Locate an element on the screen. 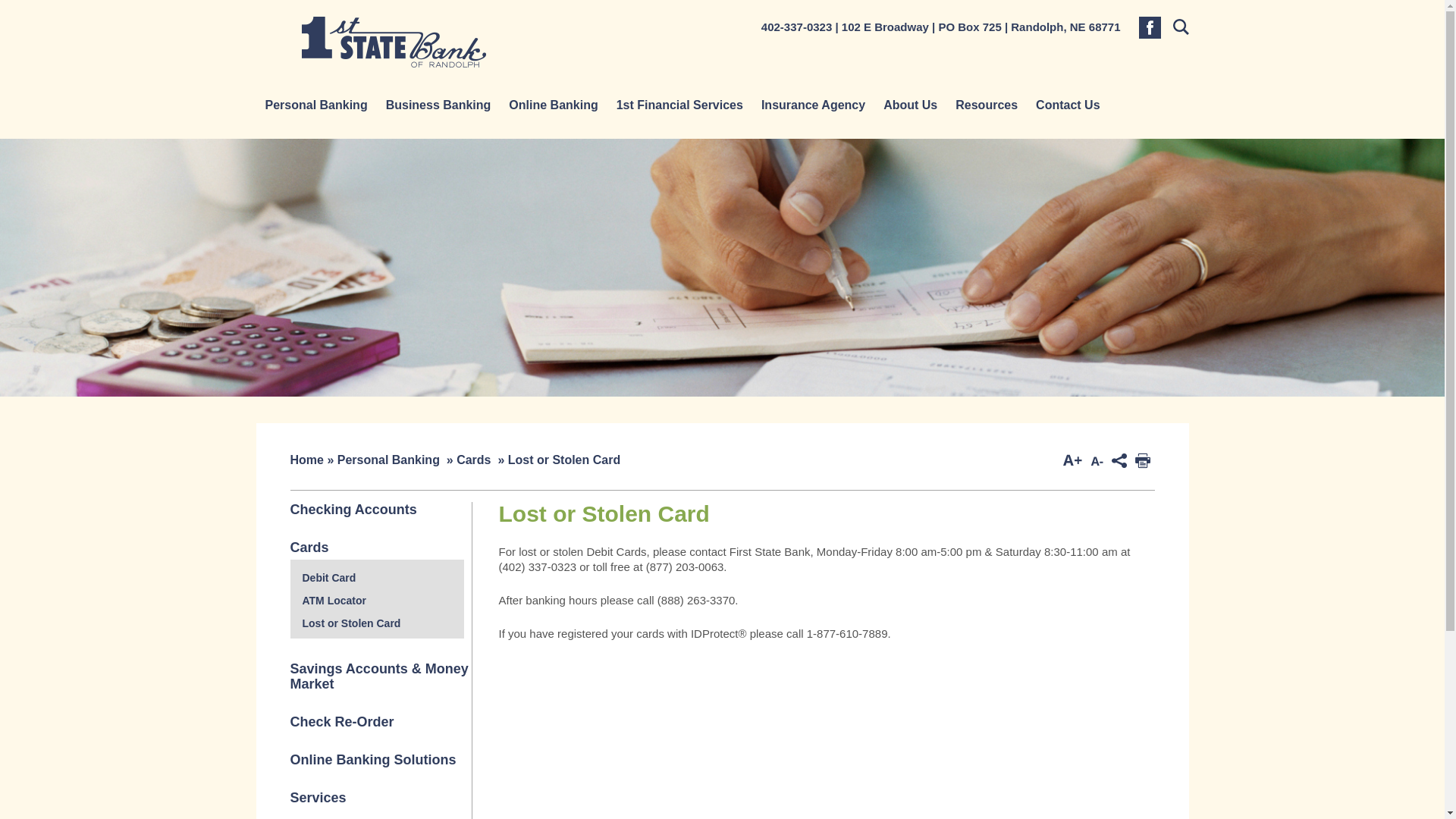 The height and width of the screenshot is (819, 1456). 'About Us' is located at coordinates (910, 104).